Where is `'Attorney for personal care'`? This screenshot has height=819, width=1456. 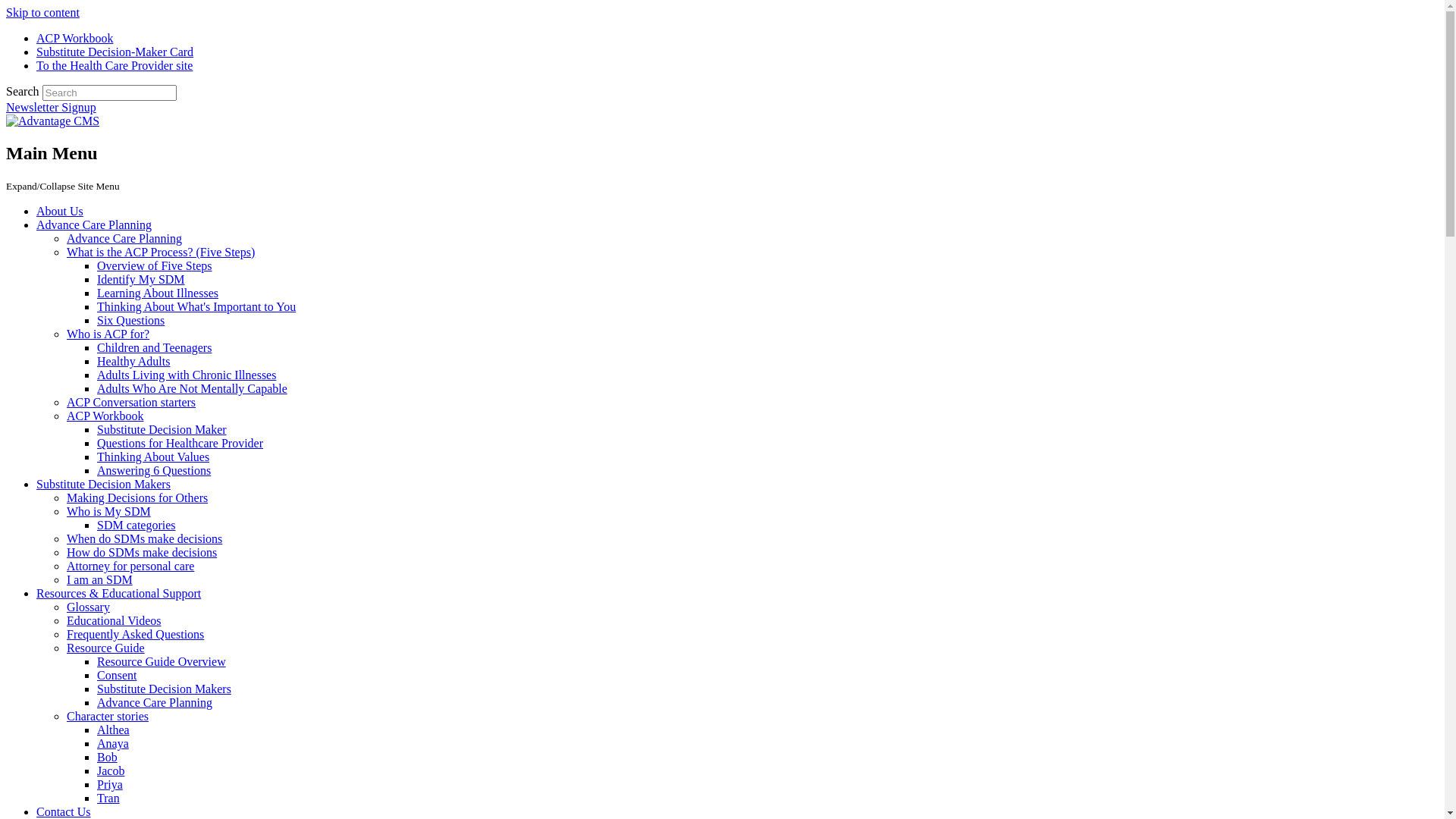
'Attorney for personal care' is located at coordinates (130, 566).